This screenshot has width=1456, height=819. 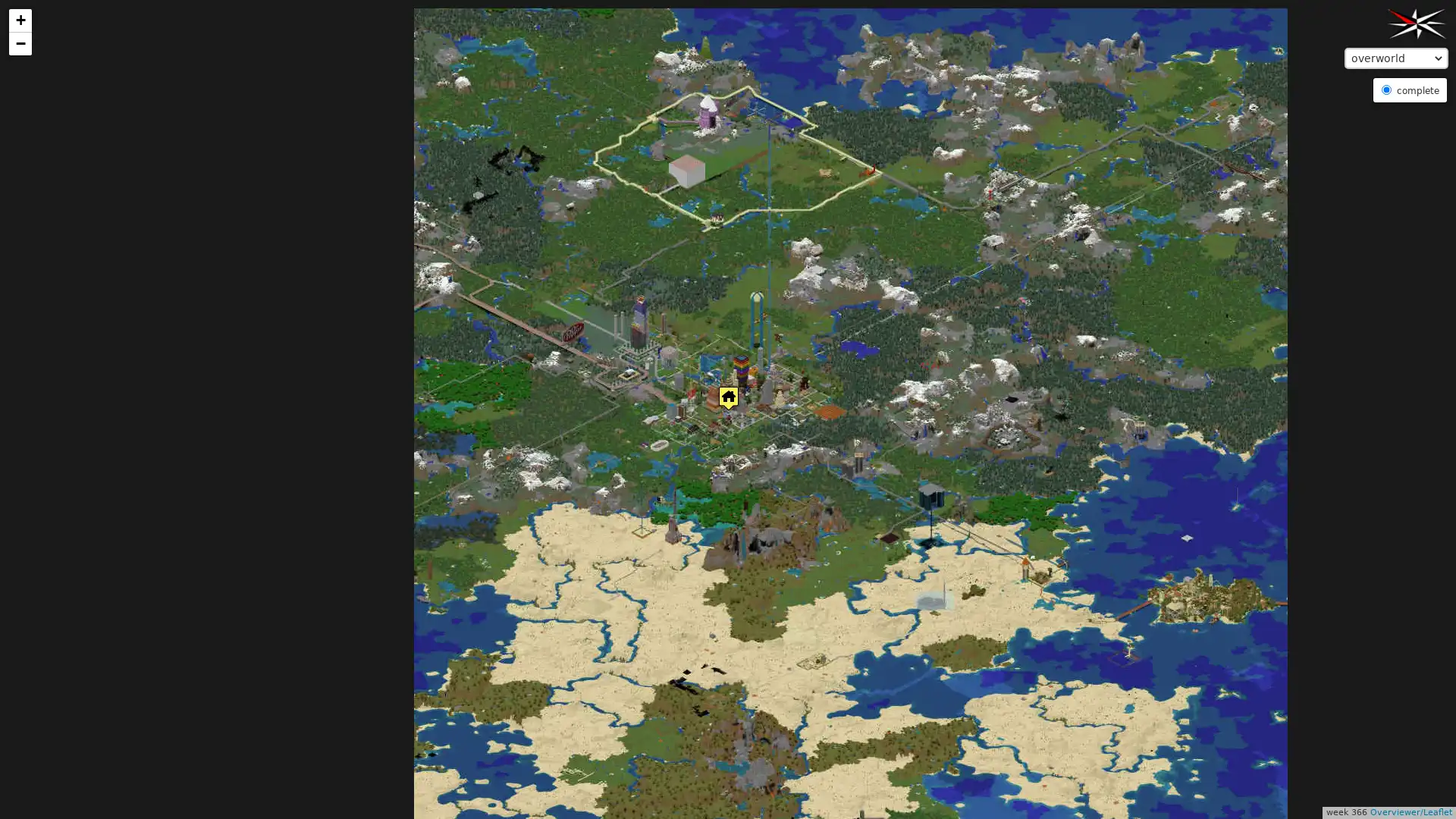 I want to click on Zoom in, so click(x=20, y=20).